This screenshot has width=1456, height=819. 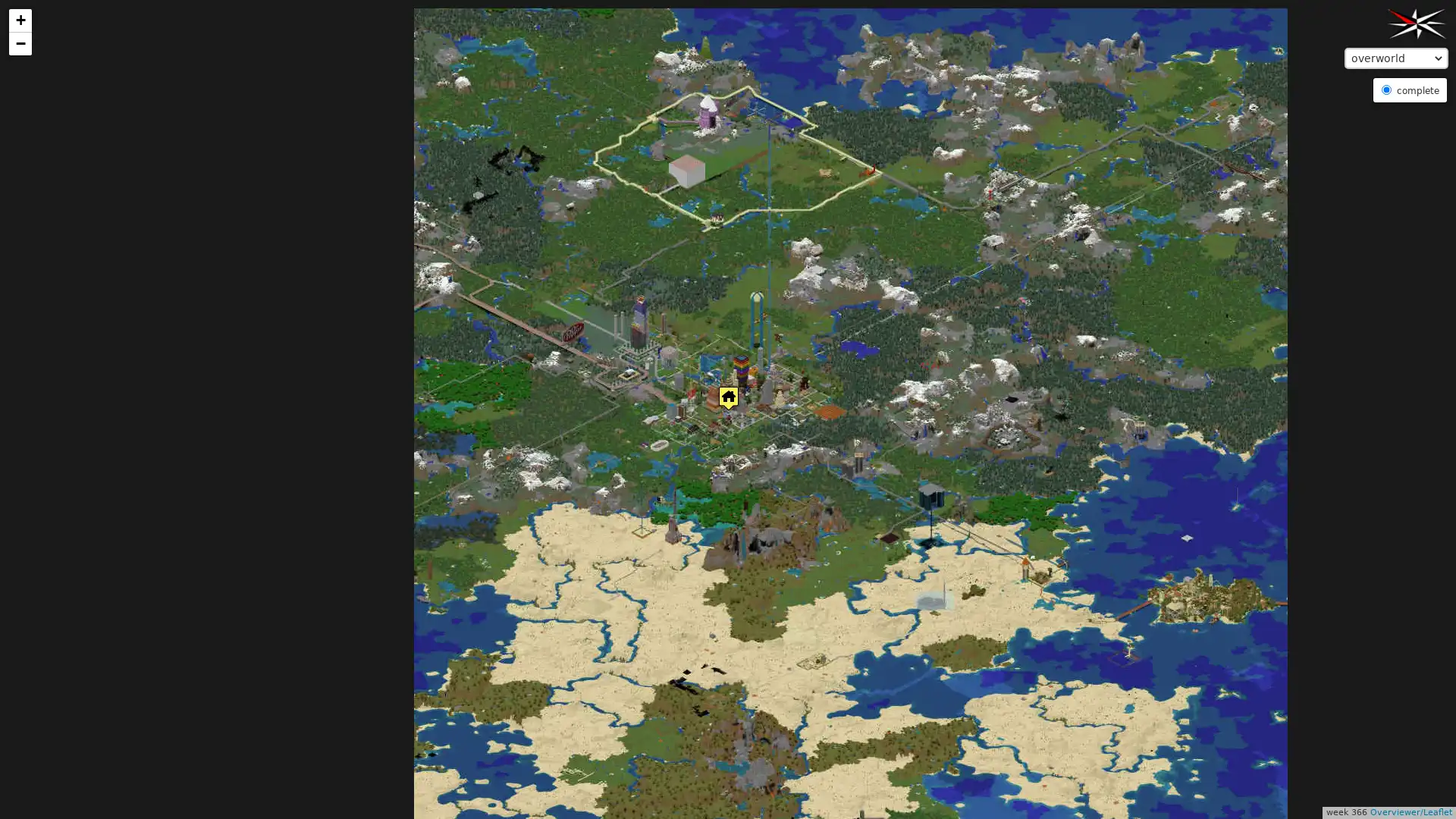 I want to click on Zoom in, so click(x=20, y=20).